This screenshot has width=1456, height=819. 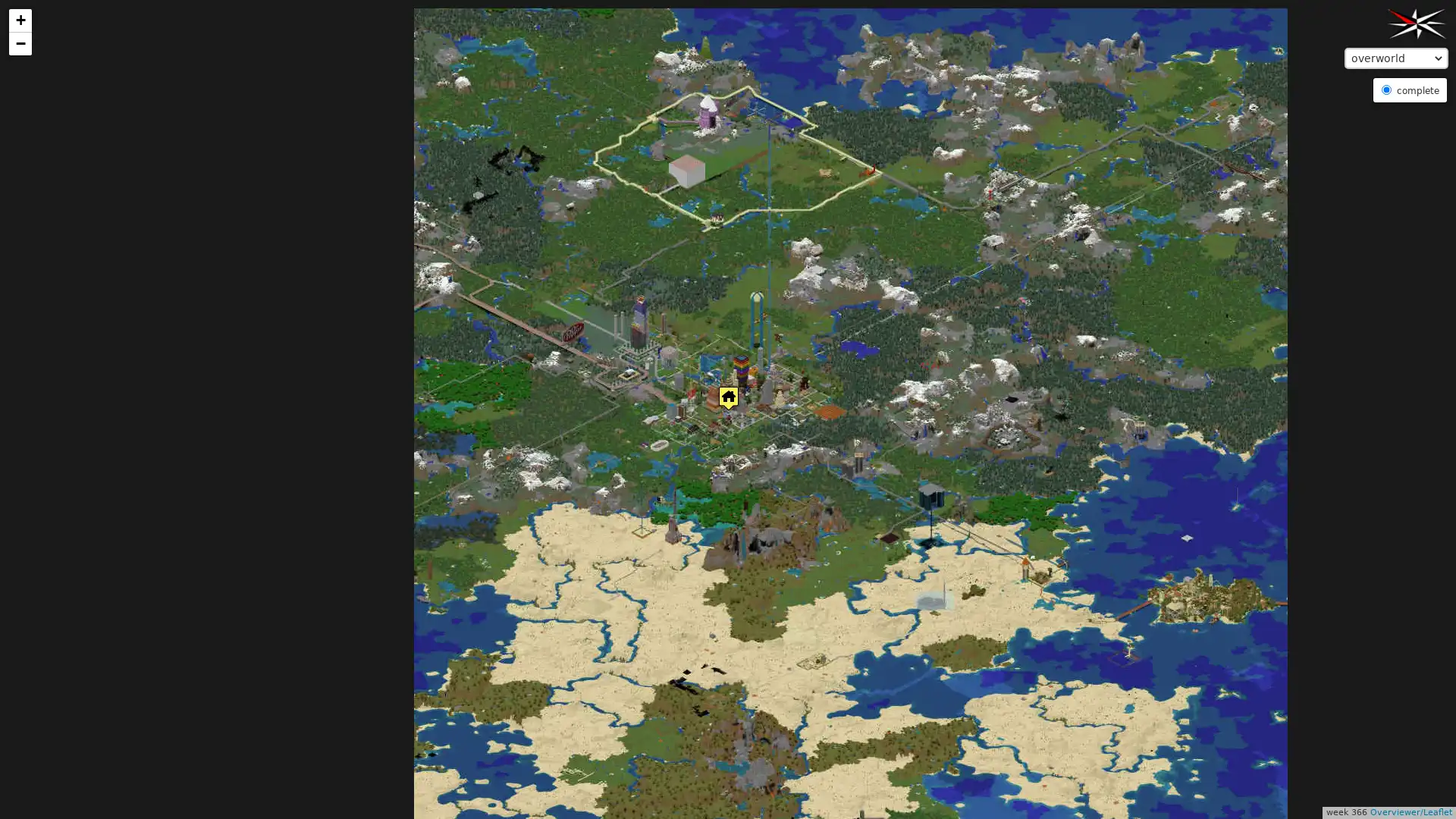 I want to click on Zoom in, so click(x=20, y=20).